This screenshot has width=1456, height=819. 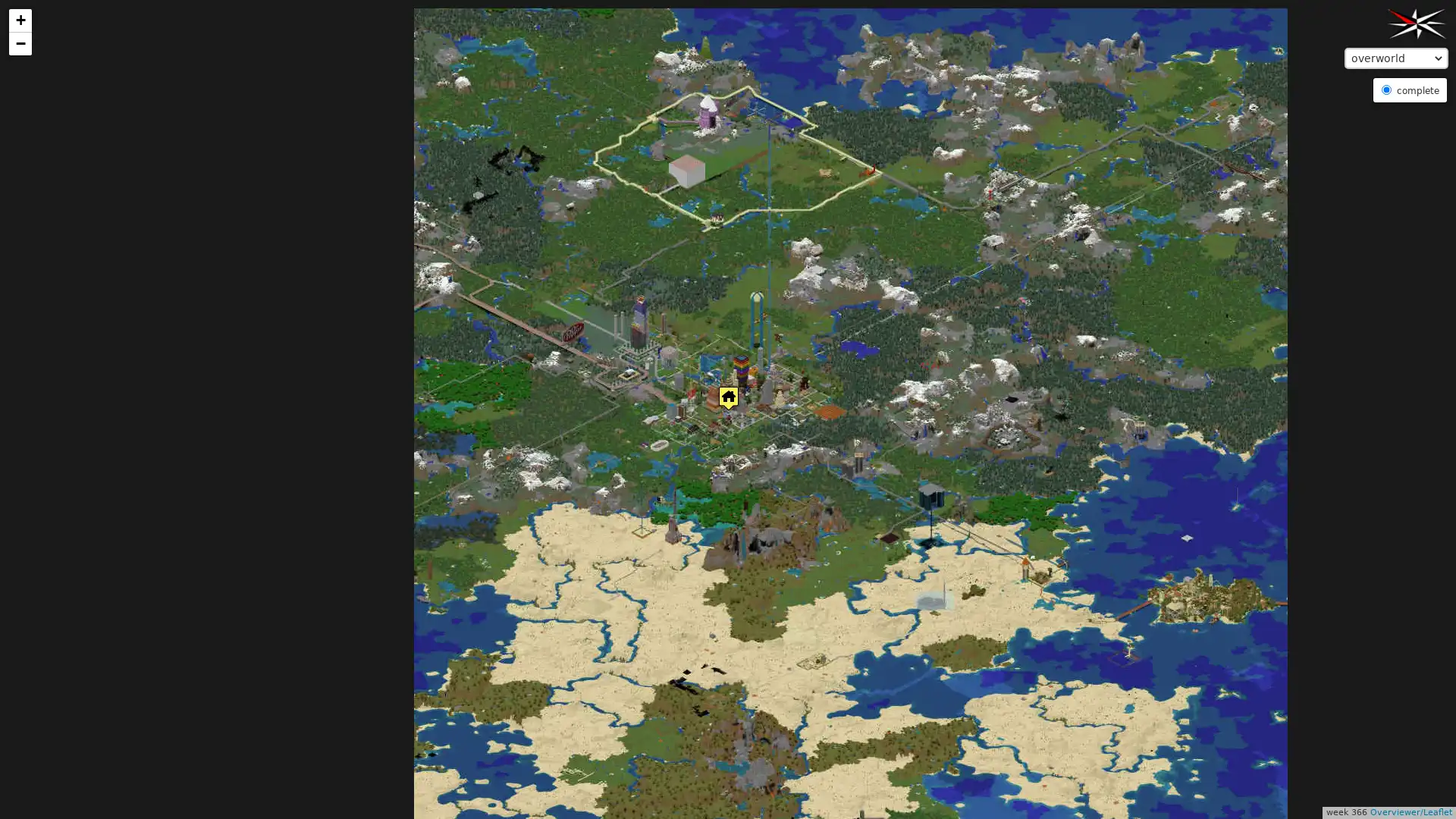 I want to click on Zoom in, so click(x=20, y=20).